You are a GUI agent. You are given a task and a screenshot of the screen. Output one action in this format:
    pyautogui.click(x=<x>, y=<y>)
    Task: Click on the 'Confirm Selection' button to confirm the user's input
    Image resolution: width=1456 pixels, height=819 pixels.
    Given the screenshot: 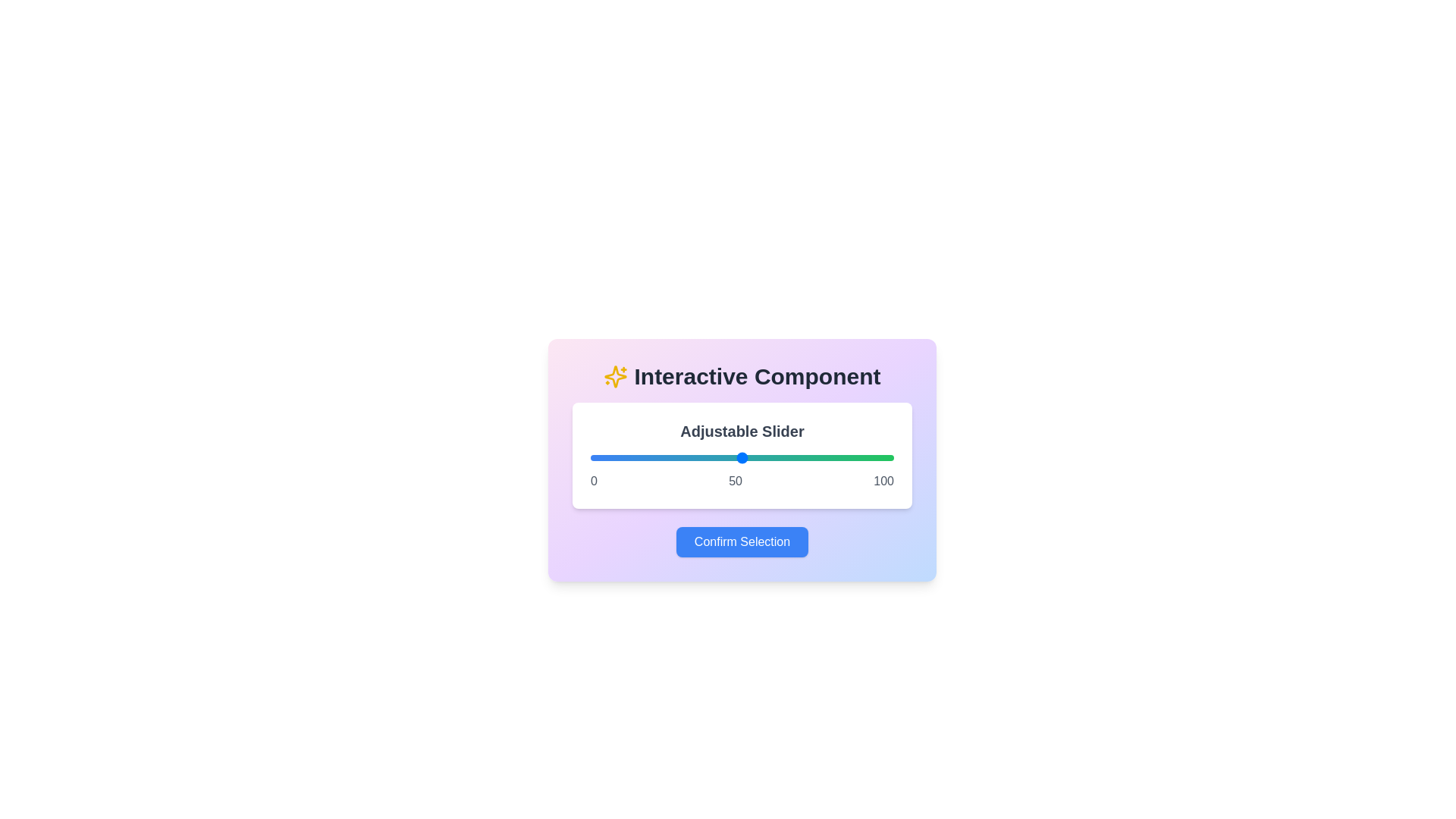 What is the action you would take?
    pyautogui.click(x=742, y=541)
    